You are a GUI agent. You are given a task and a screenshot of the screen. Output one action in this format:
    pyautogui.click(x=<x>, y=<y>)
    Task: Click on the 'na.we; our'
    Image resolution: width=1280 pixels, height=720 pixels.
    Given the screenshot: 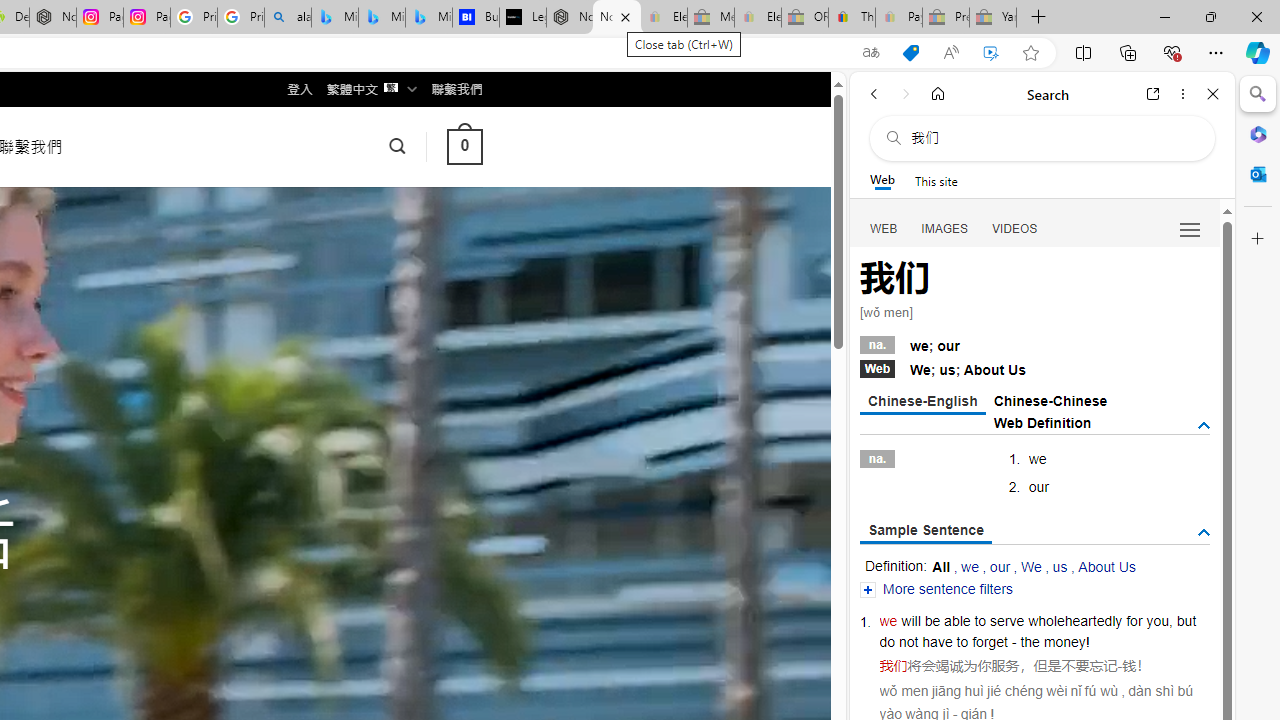 What is the action you would take?
    pyautogui.click(x=1034, y=342)
    